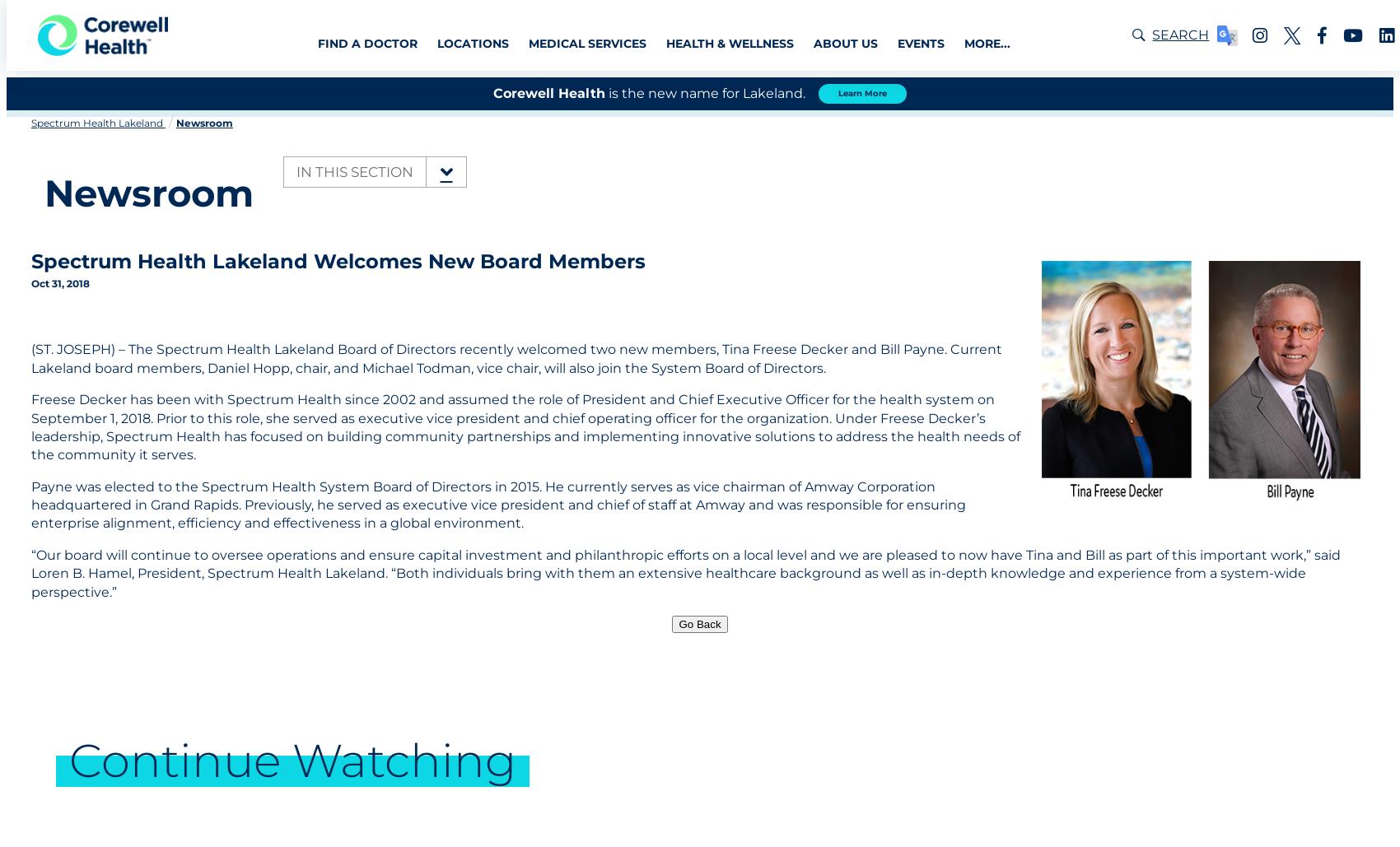 The height and width of the screenshot is (847, 1400). I want to click on 'Spectrum Health Lakeland Welcomes New Board Members', so click(338, 261).